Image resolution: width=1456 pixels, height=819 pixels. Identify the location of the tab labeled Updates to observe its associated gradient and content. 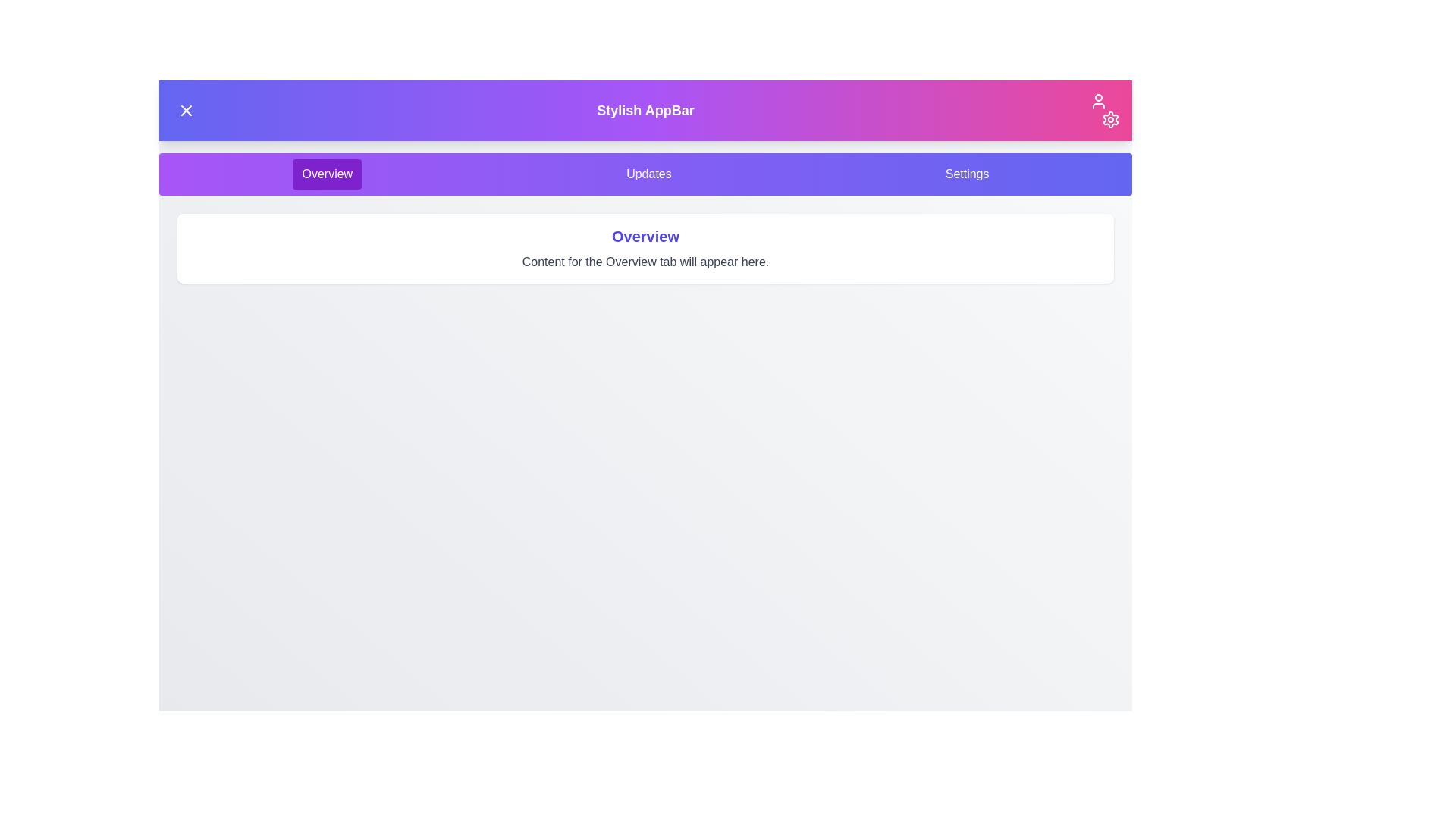
(648, 174).